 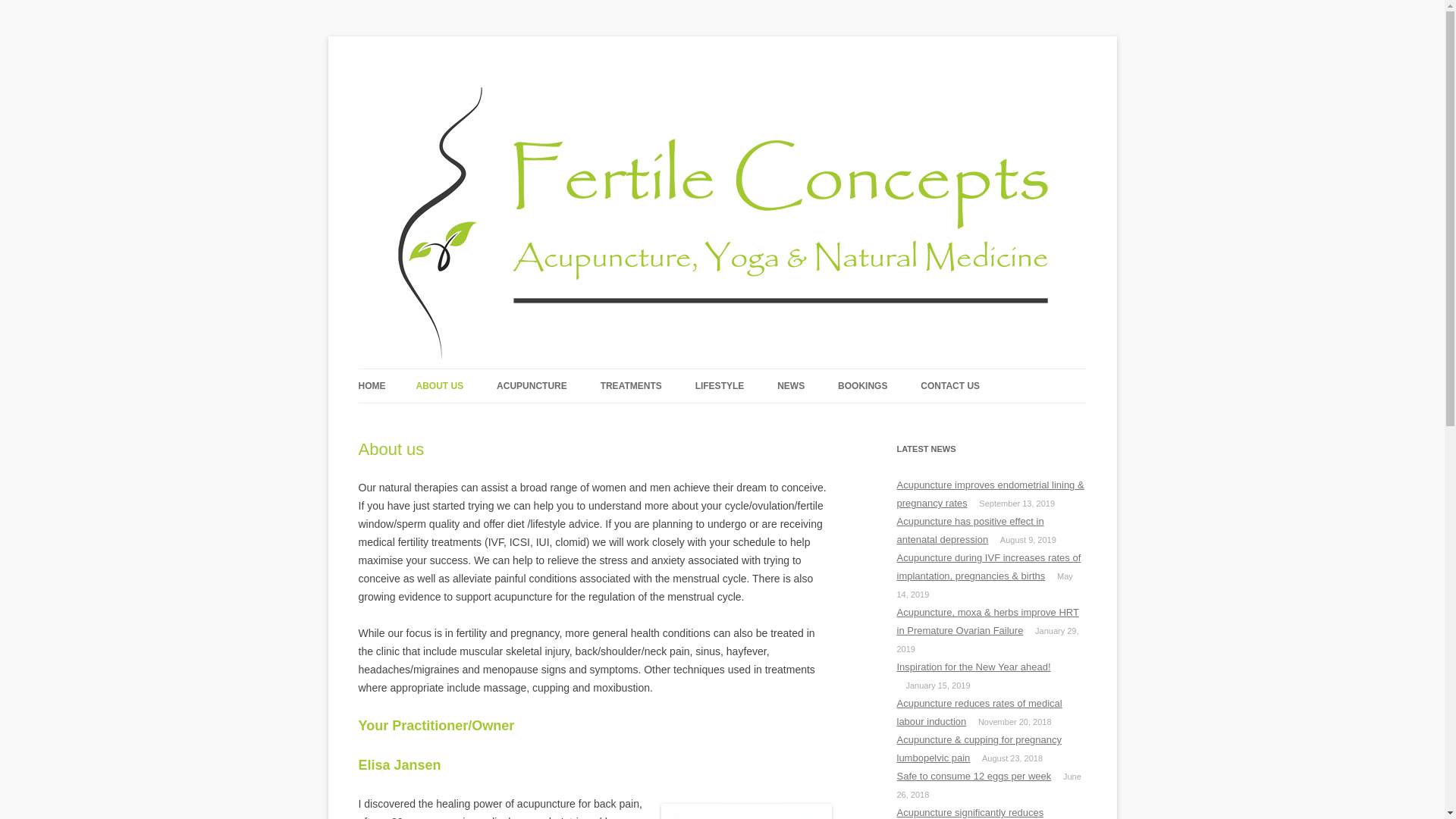 I want to click on 'CONTACT US', so click(x=949, y=385).